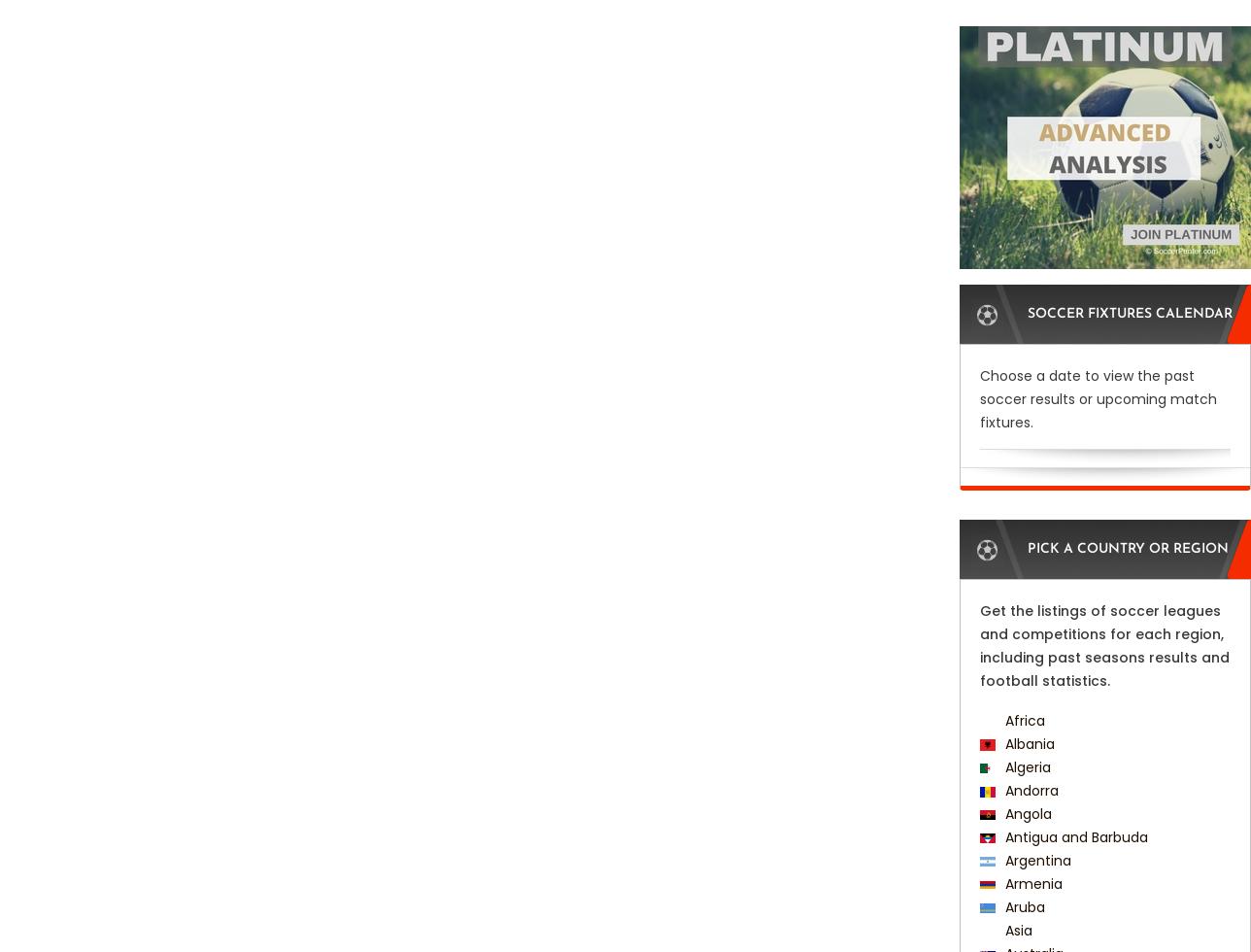 The image size is (1251, 952). I want to click on 'Pick a Country or Region', so click(1128, 549).